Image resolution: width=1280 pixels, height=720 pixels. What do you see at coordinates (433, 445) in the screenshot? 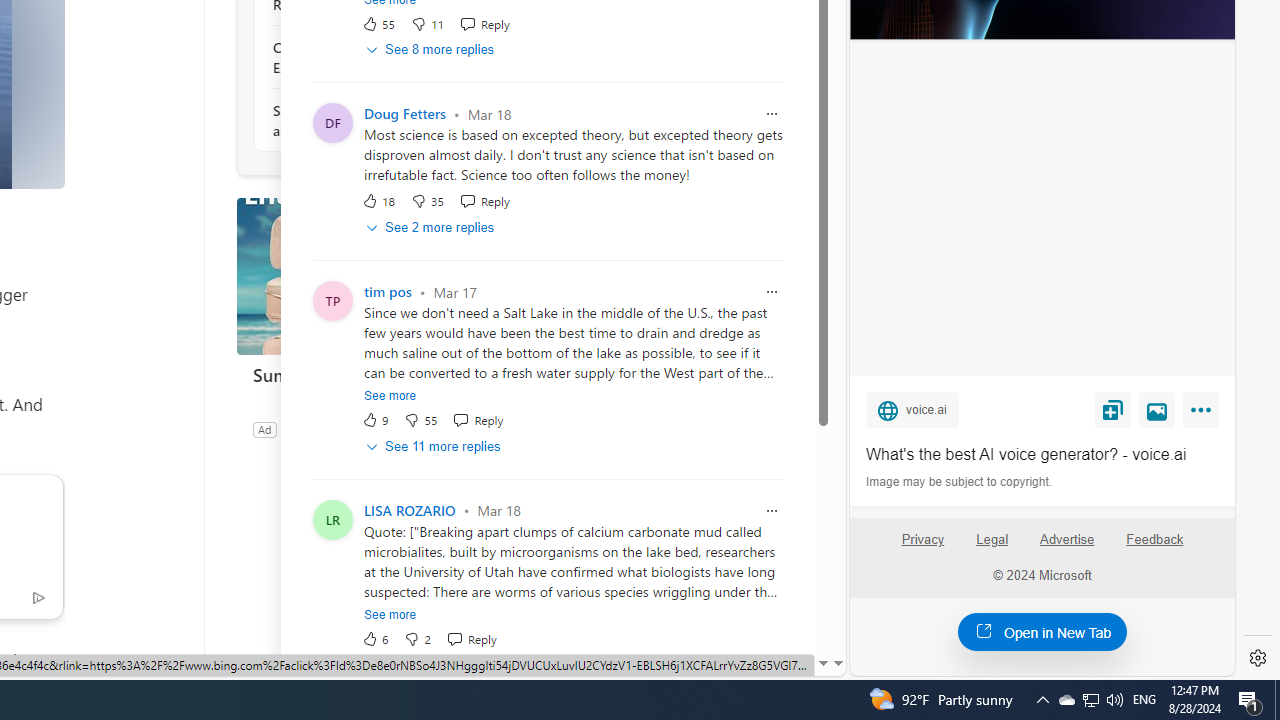
I see `'See 11 more replies'` at bounding box center [433, 445].